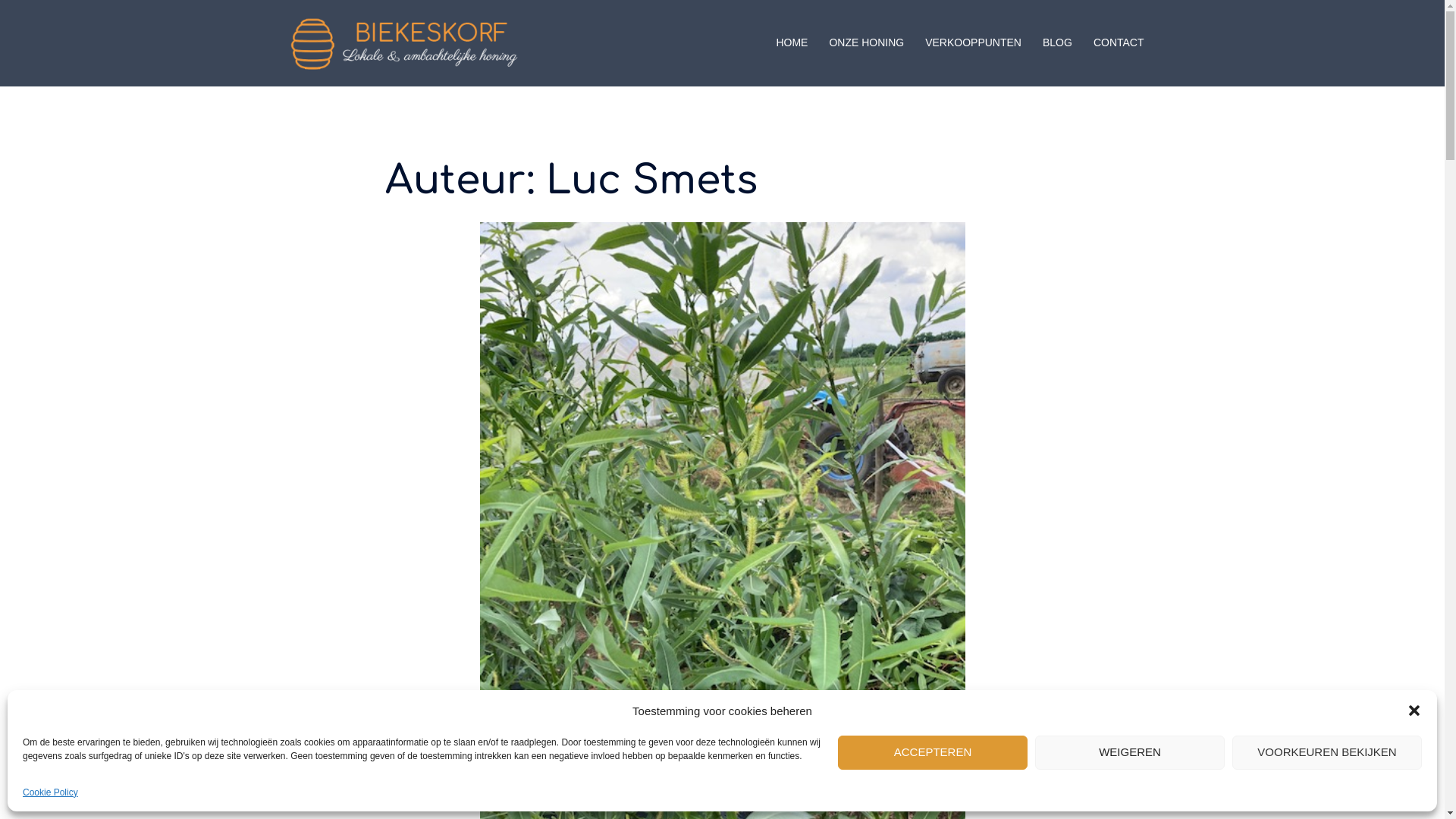 This screenshot has width=1456, height=819. I want to click on 'WEIGEREN', so click(1034, 752).